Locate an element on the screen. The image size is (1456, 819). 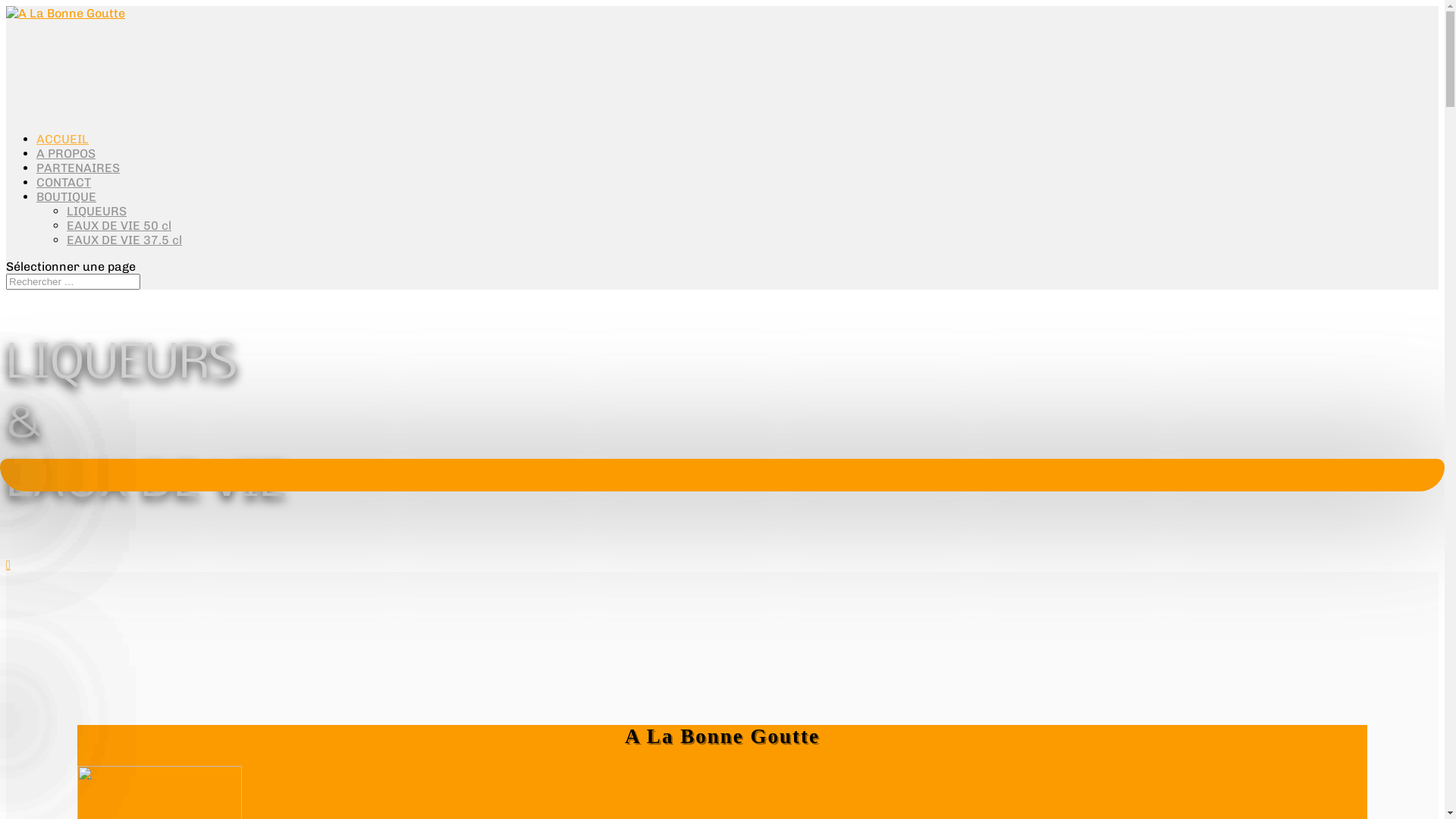
'LIQUEURS' is located at coordinates (65, 211).